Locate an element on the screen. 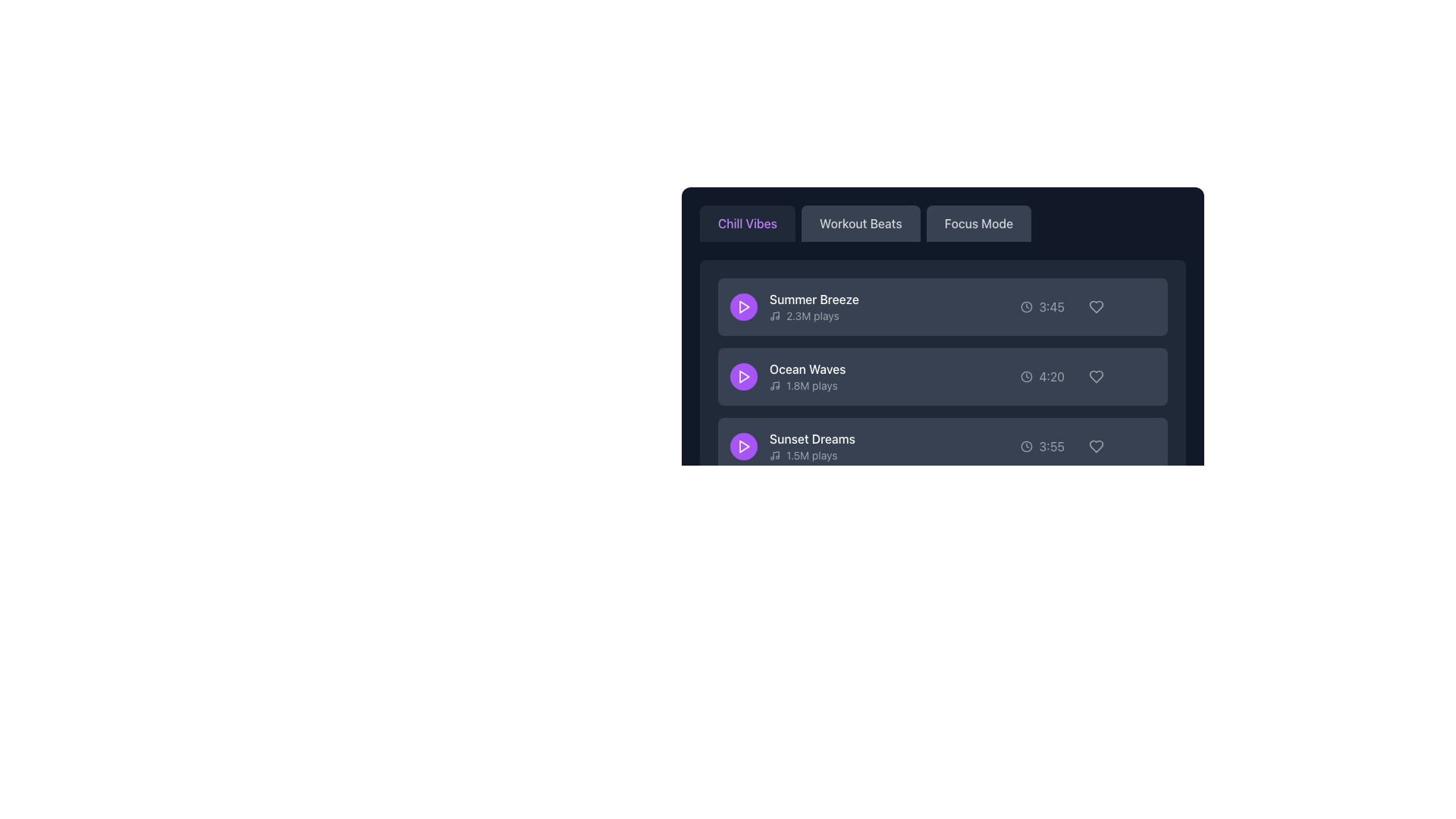  the text label displaying '1.8M plays' which is located below the main heading of the 'Ocean Waves' item and to the right of the music note icon is located at coordinates (807, 385).